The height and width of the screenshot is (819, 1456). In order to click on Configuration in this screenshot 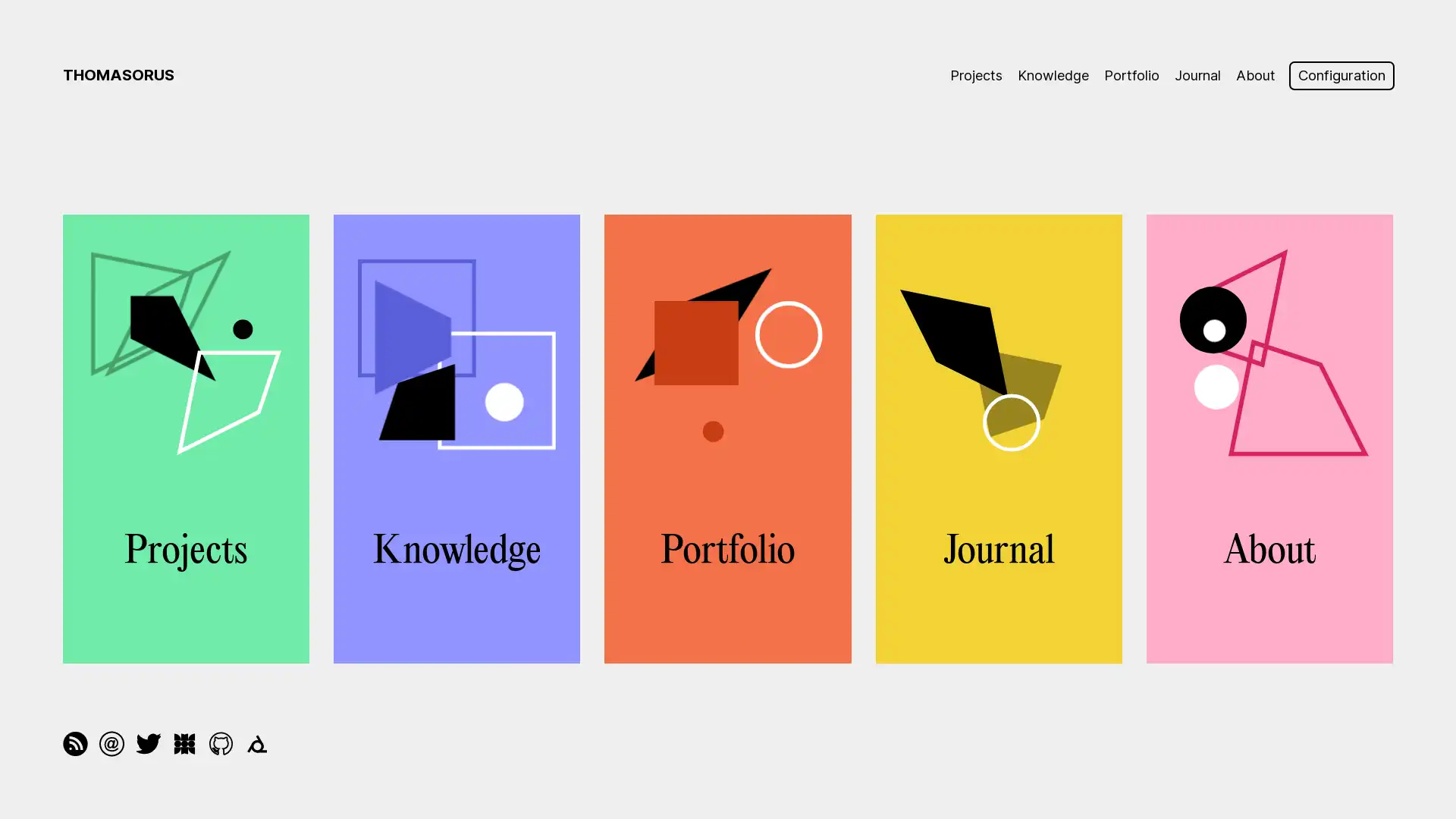, I will do `click(1340, 75)`.